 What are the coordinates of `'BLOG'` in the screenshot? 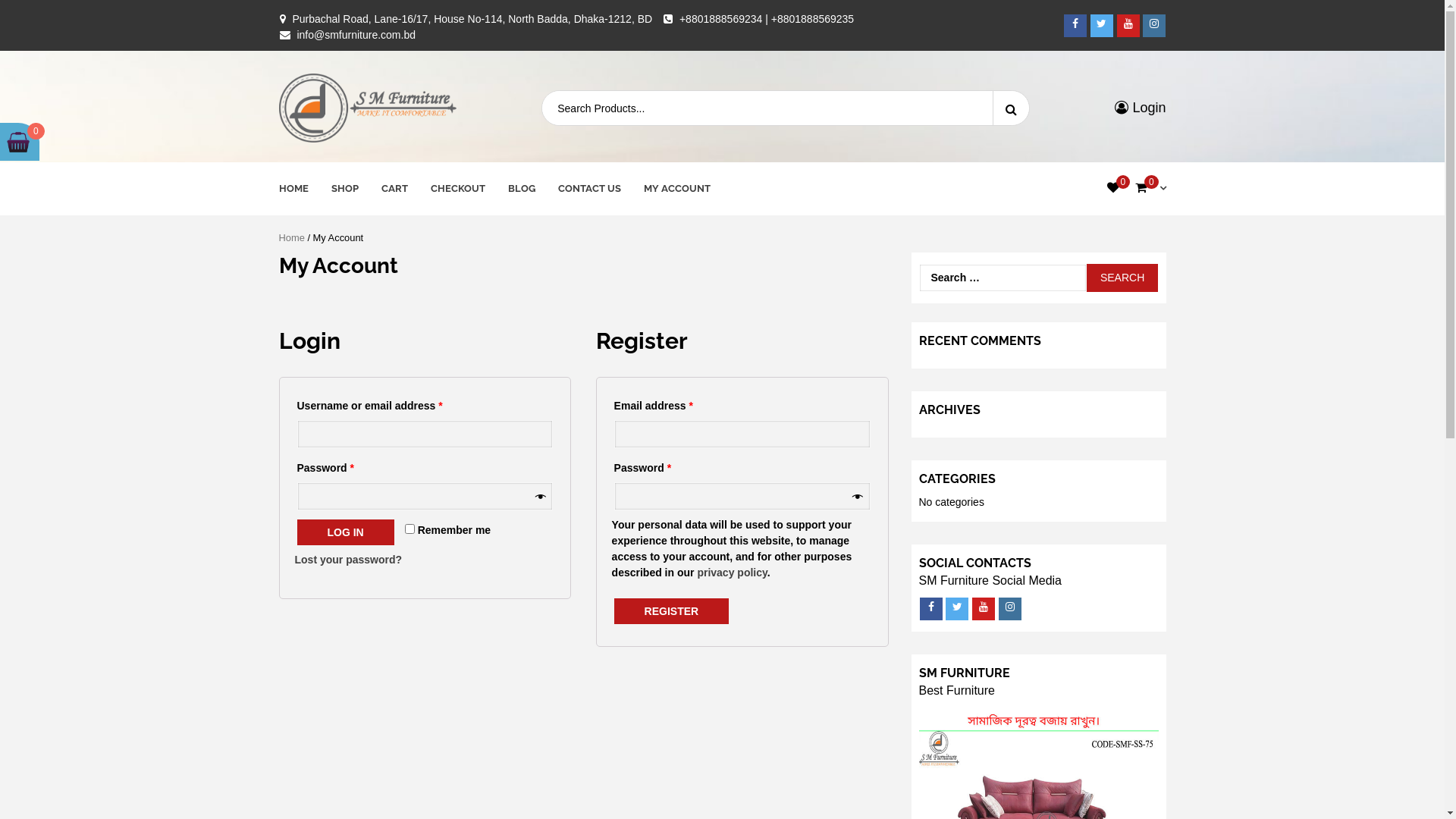 It's located at (521, 188).